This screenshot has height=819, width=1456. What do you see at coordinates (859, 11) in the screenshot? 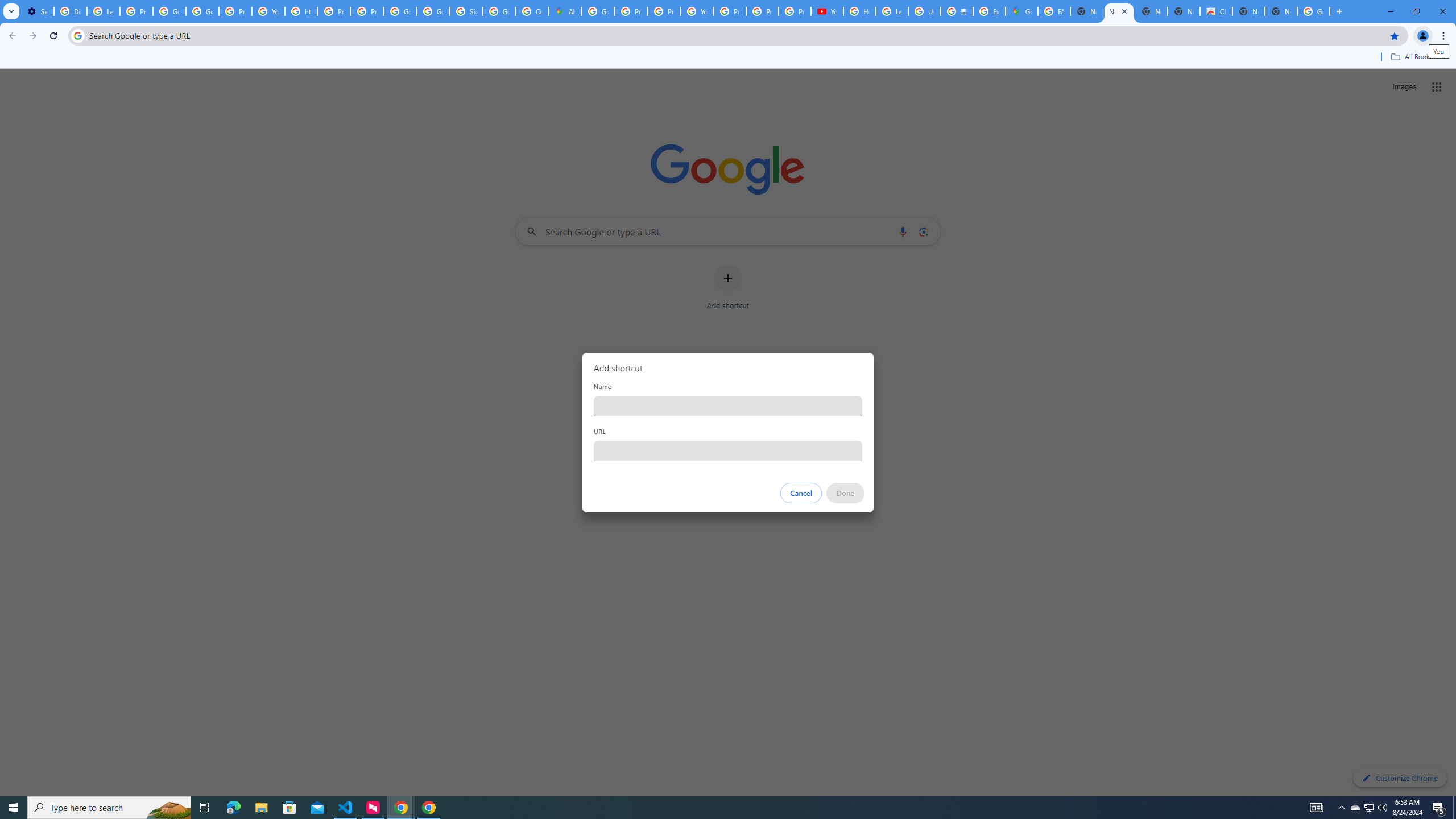
I see `'How Chrome protects your passwords - Google Chrome Help'` at bounding box center [859, 11].